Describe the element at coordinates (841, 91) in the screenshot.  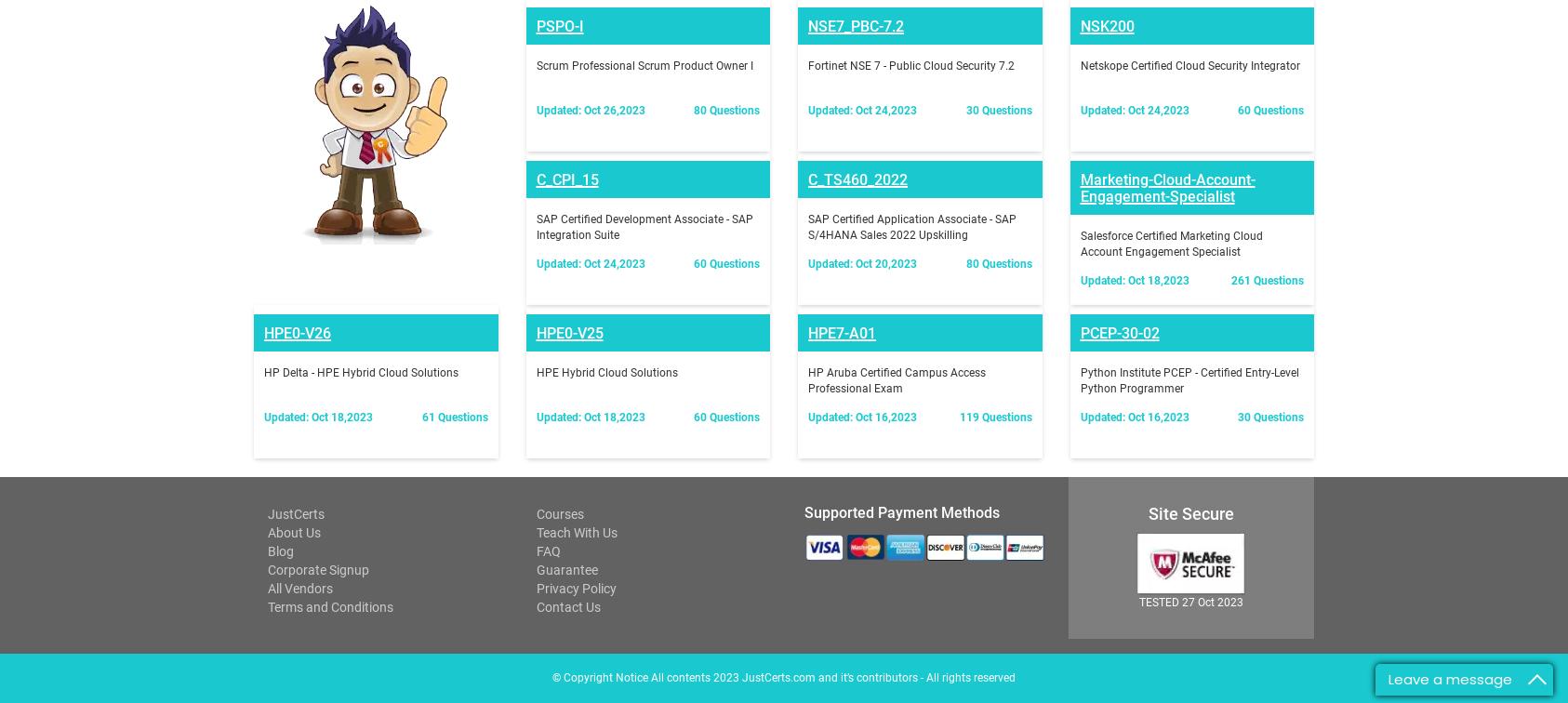
I see `'HPE7-A01'` at that location.